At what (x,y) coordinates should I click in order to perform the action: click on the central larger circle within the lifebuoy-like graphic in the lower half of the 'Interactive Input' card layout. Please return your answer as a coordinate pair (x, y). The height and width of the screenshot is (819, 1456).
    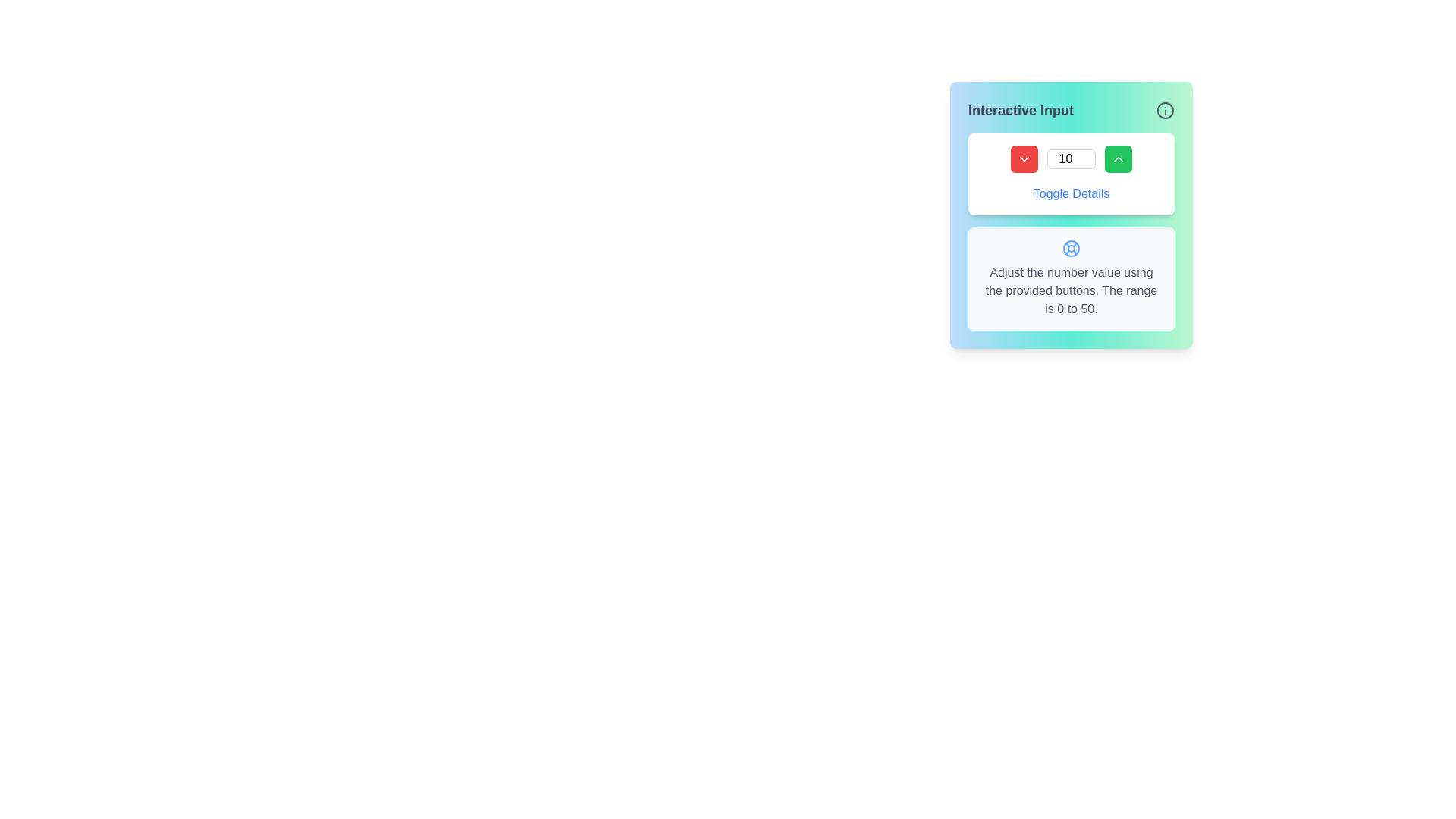
    Looking at the image, I should click on (1070, 247).